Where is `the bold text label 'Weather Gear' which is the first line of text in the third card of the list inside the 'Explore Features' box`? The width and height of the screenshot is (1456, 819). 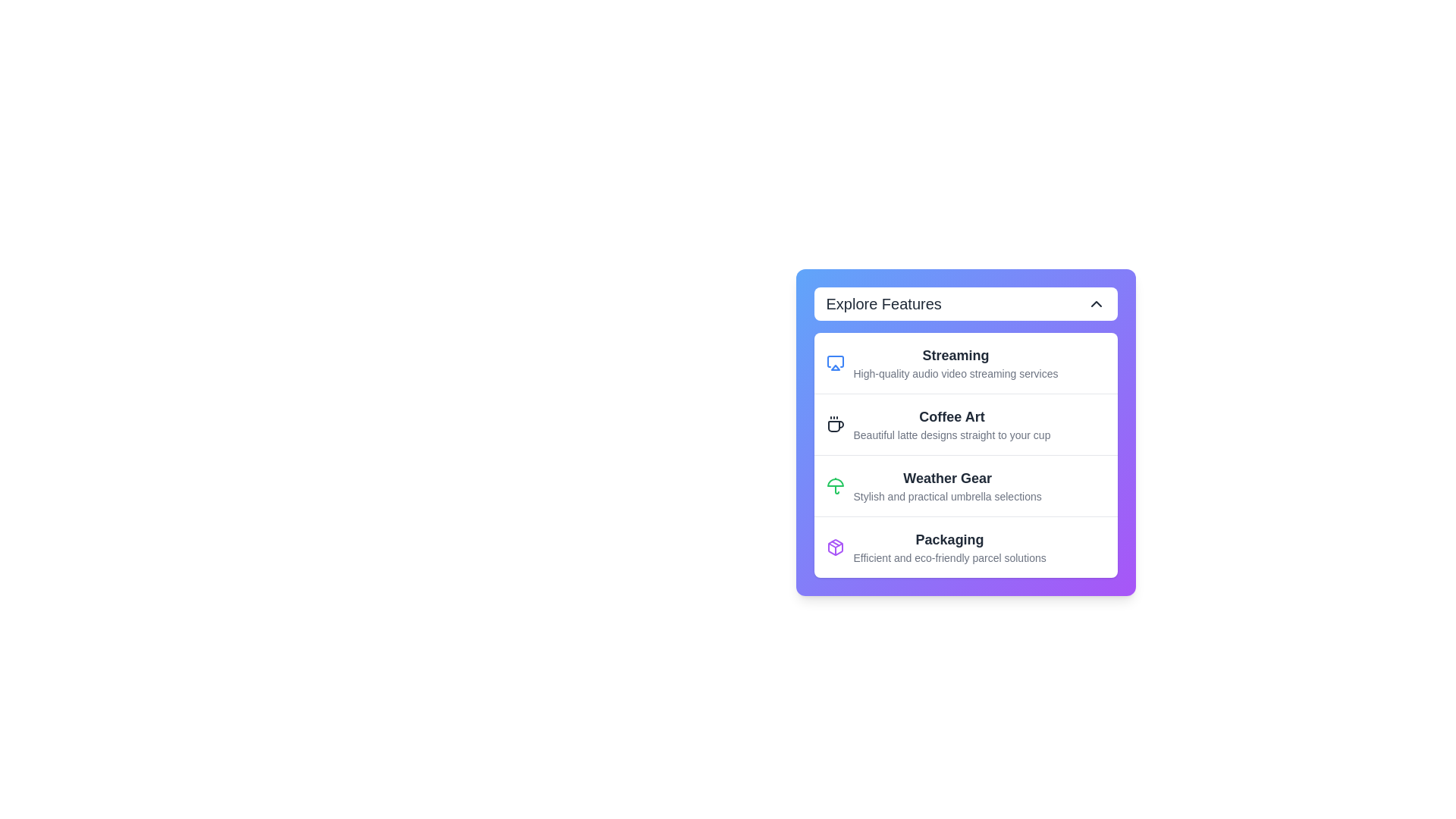 the bold text label 'Weather Gear' which is the first line of text in the third card of the list inside the 'Explore Features' box is located at coordinates (946, 479).